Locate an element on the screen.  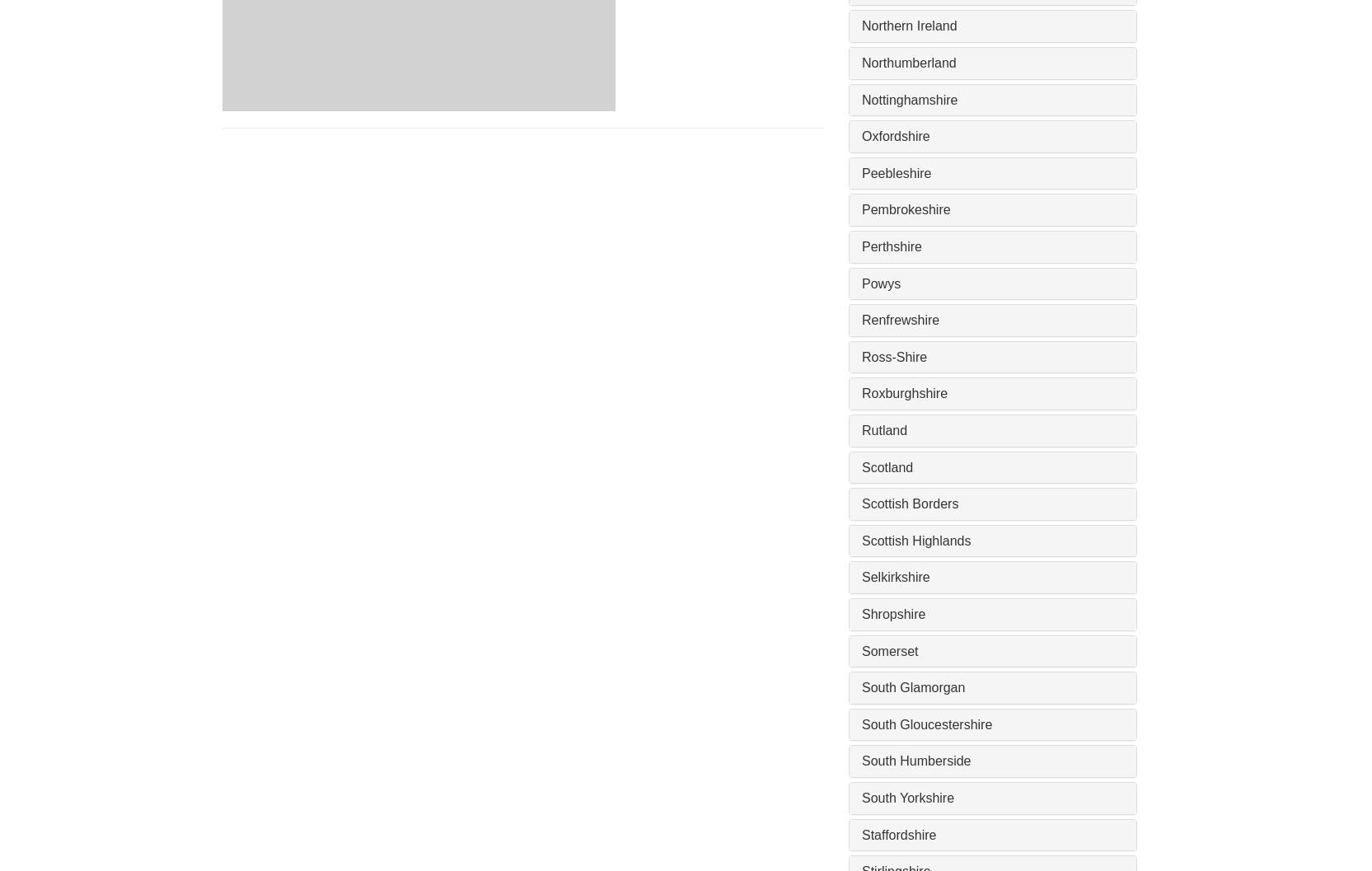
'South Glamorgan' is located at coordinates (913, 686).